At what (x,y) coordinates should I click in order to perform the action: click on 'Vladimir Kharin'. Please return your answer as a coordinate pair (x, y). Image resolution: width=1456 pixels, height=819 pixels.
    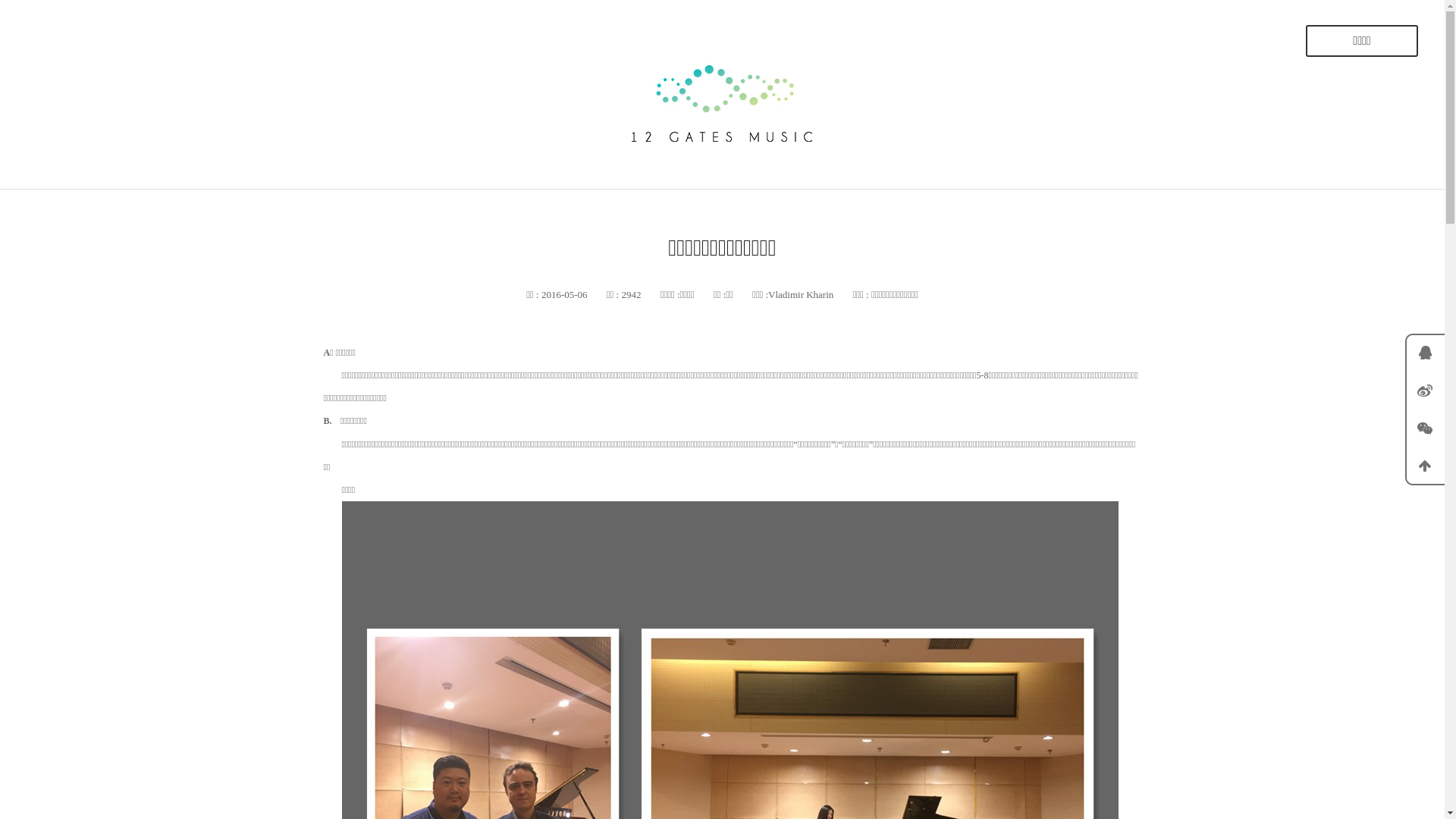
    Looking at the image, I should click on (800, 294).